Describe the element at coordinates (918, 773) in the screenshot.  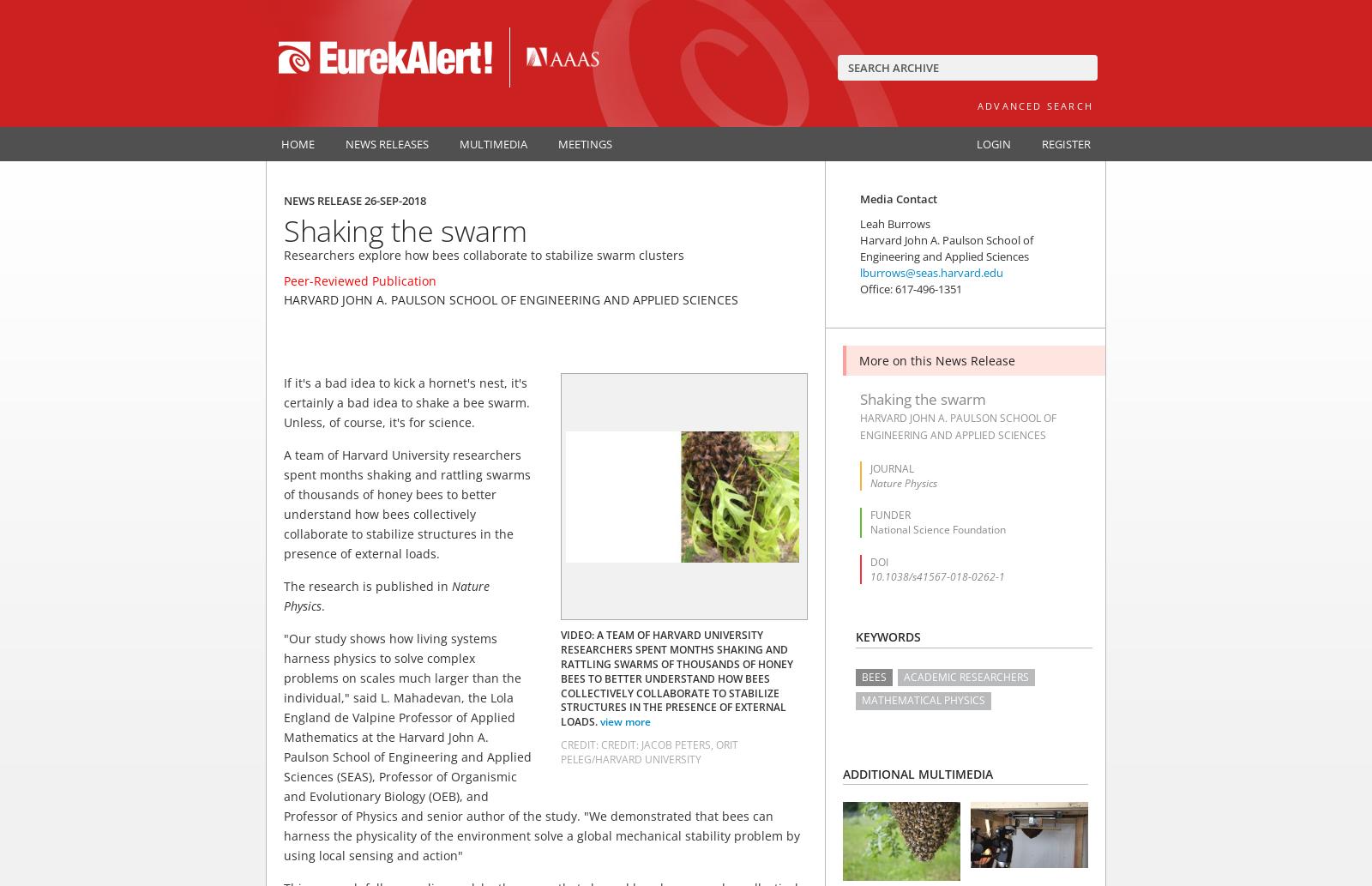
I see `'Additional Multimedia'` at that location.